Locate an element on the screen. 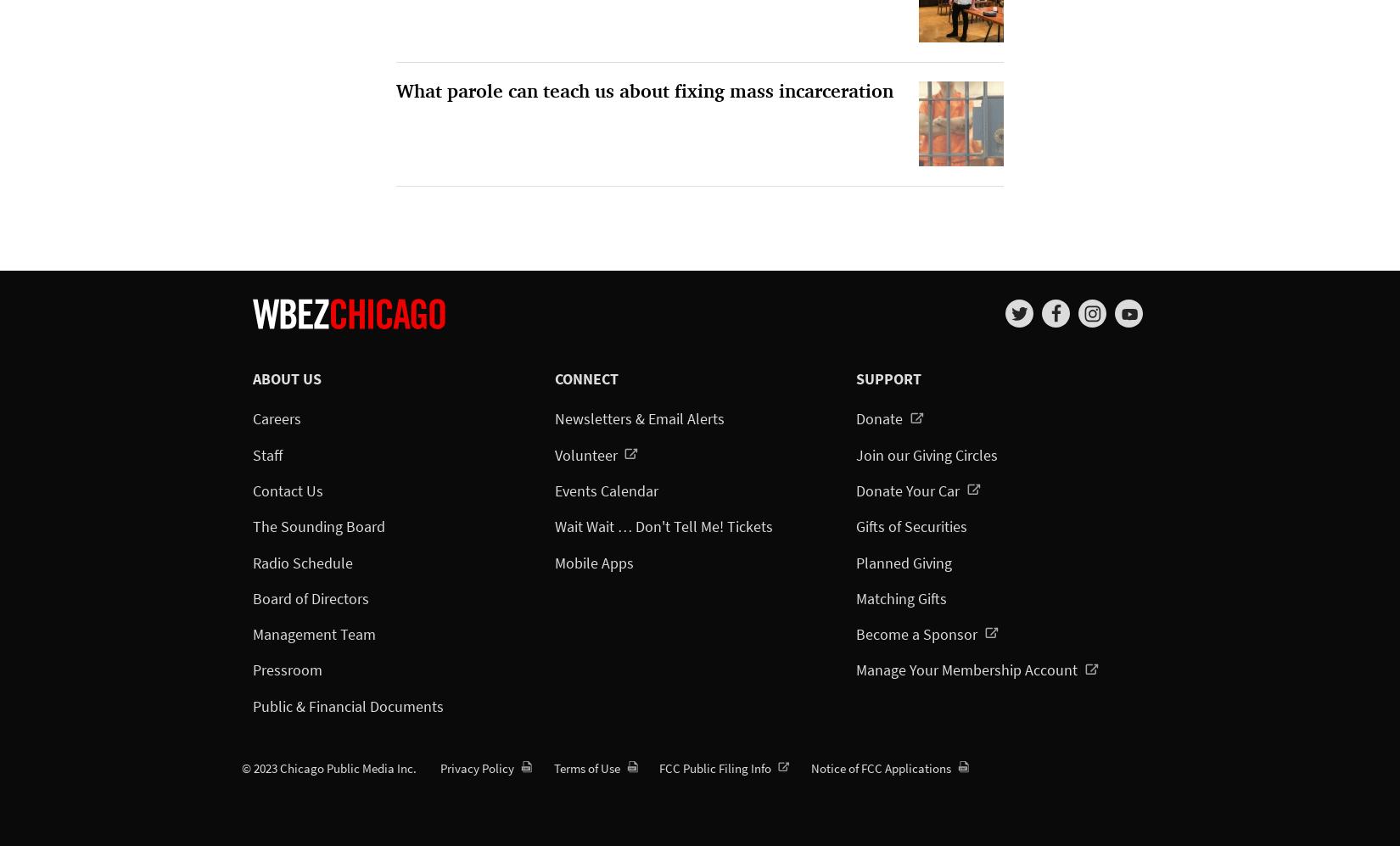 This screenshot has width=1400, height=846. 'Terms of Use' is located at coordinates (552, 766).